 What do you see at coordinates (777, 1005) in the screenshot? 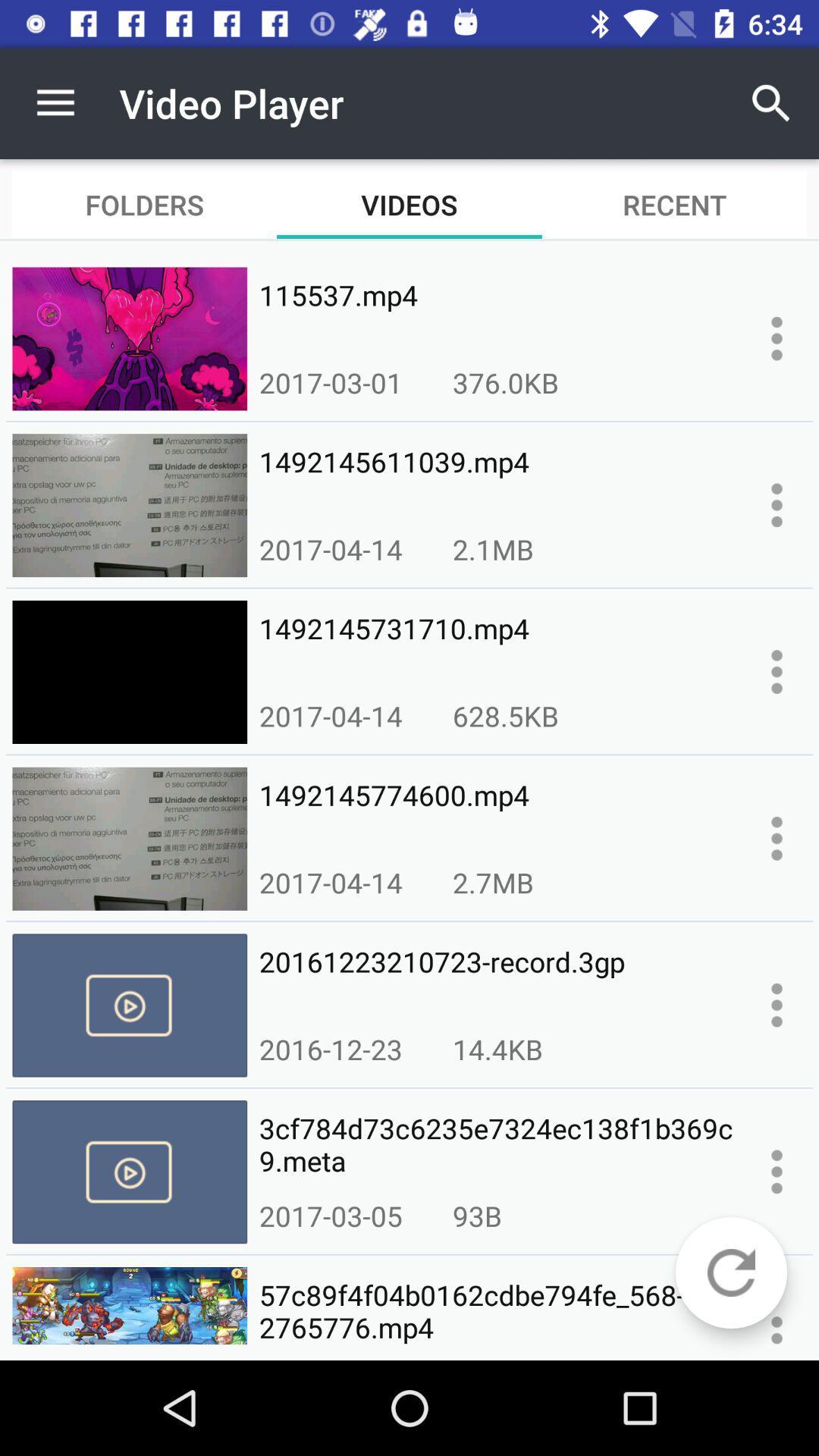
I see `acces app settings` at bounding box center [777, 1005].